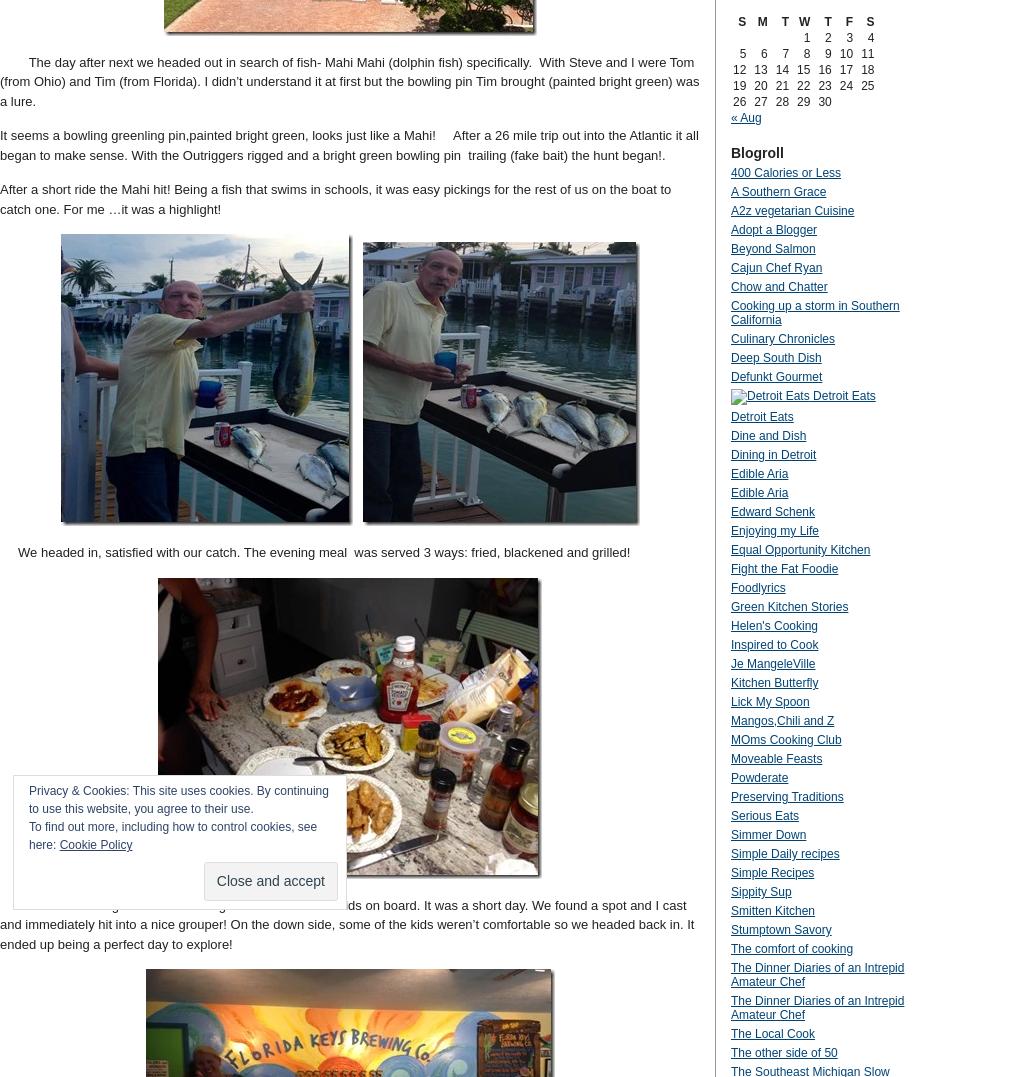 The image size is (1028, 1077). I want to click on '29', so click(797, 100).